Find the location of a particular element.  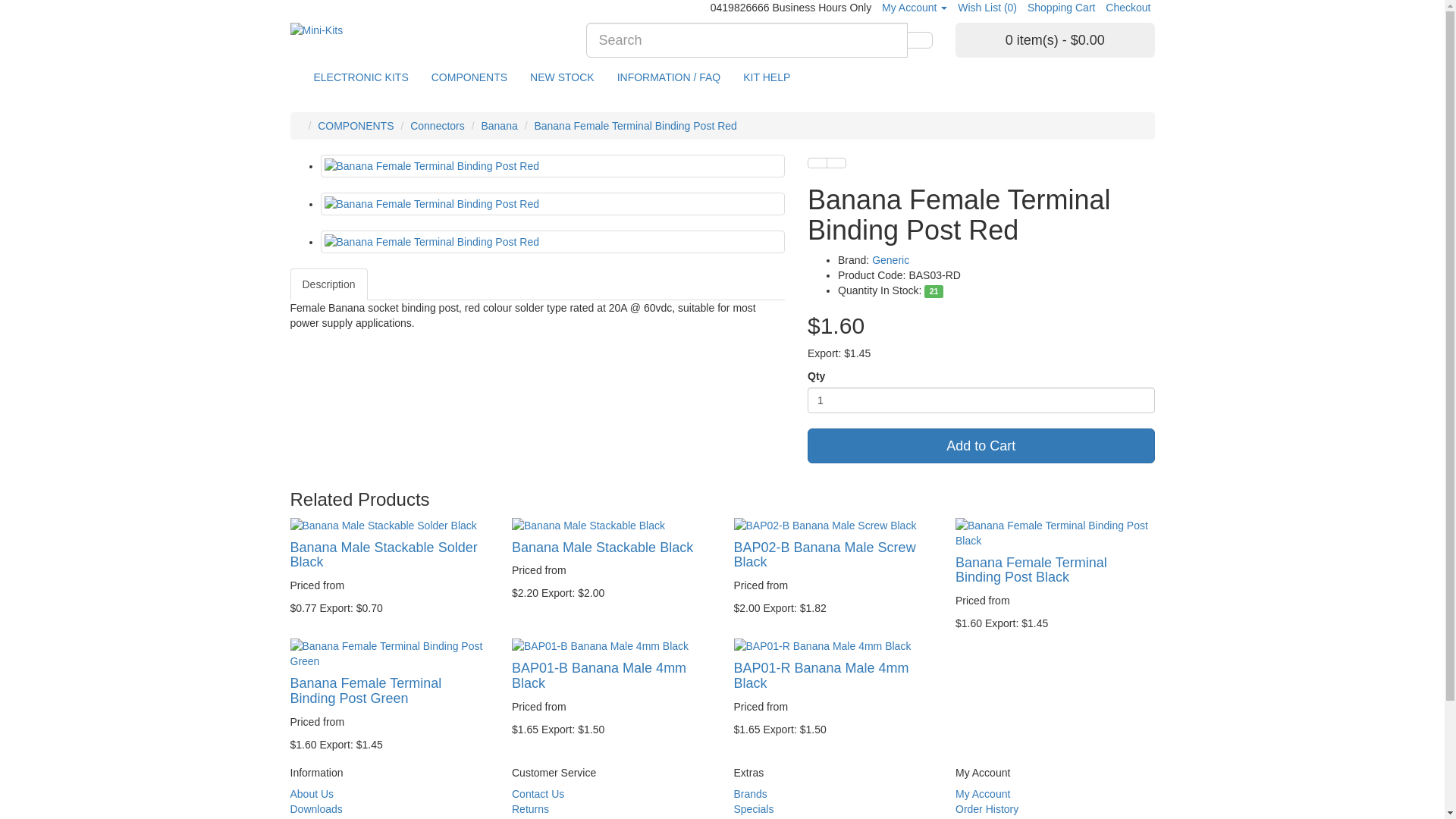

'BAP02-B Banana Male Screw Black' is located at coordinates (833, 525).